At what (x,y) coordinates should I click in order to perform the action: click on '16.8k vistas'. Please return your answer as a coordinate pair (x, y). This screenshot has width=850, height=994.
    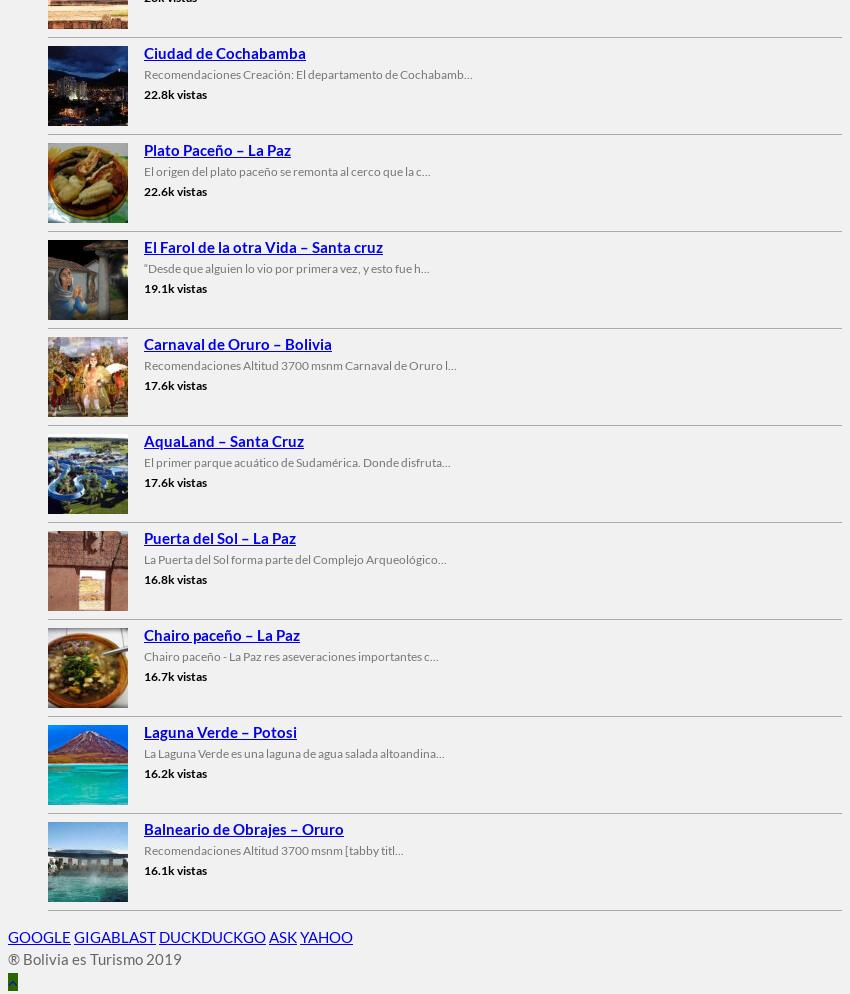
    Looking at the image, I should click on (174, 578).